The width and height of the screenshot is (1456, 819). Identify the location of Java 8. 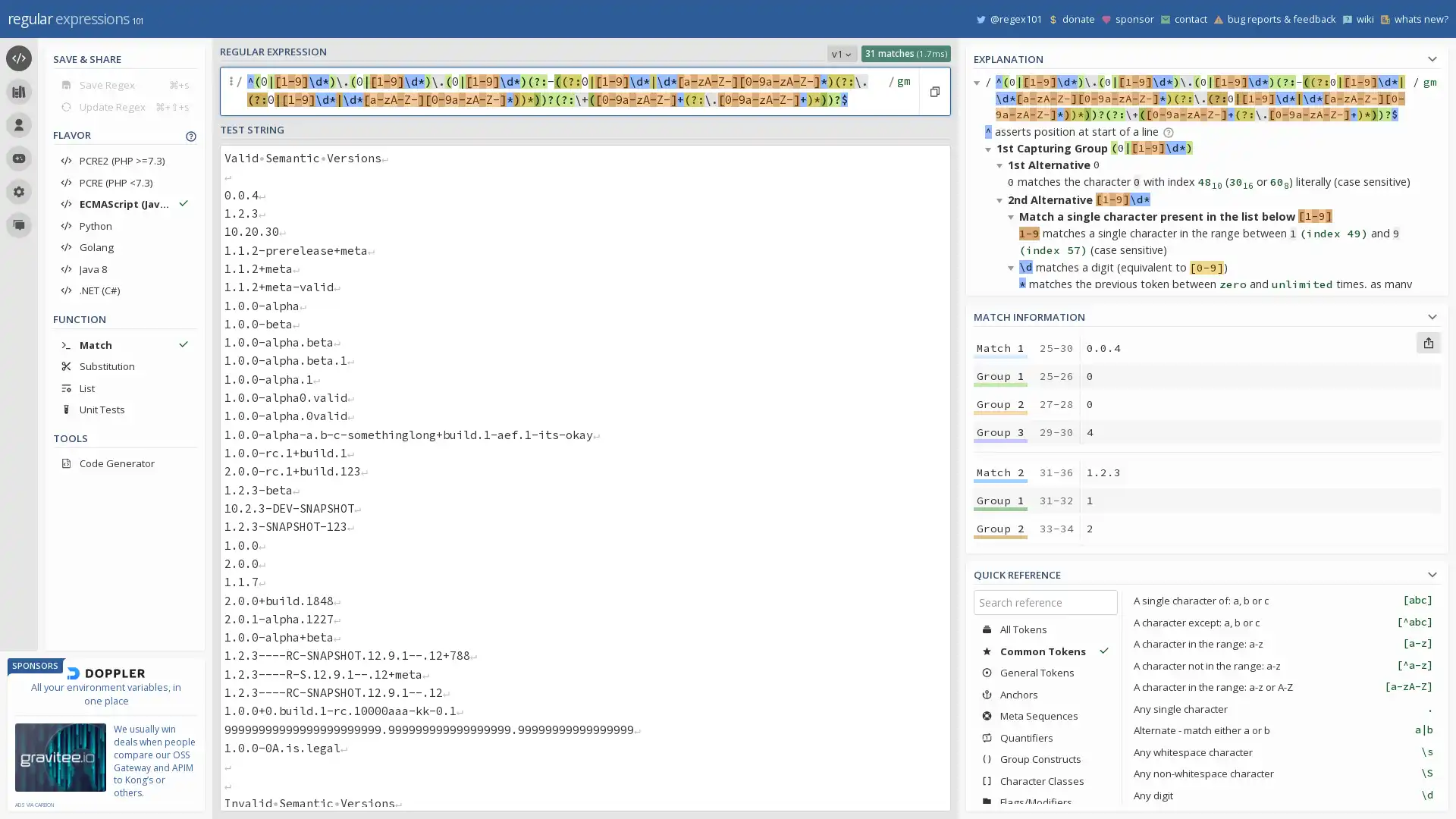
(124, 268).